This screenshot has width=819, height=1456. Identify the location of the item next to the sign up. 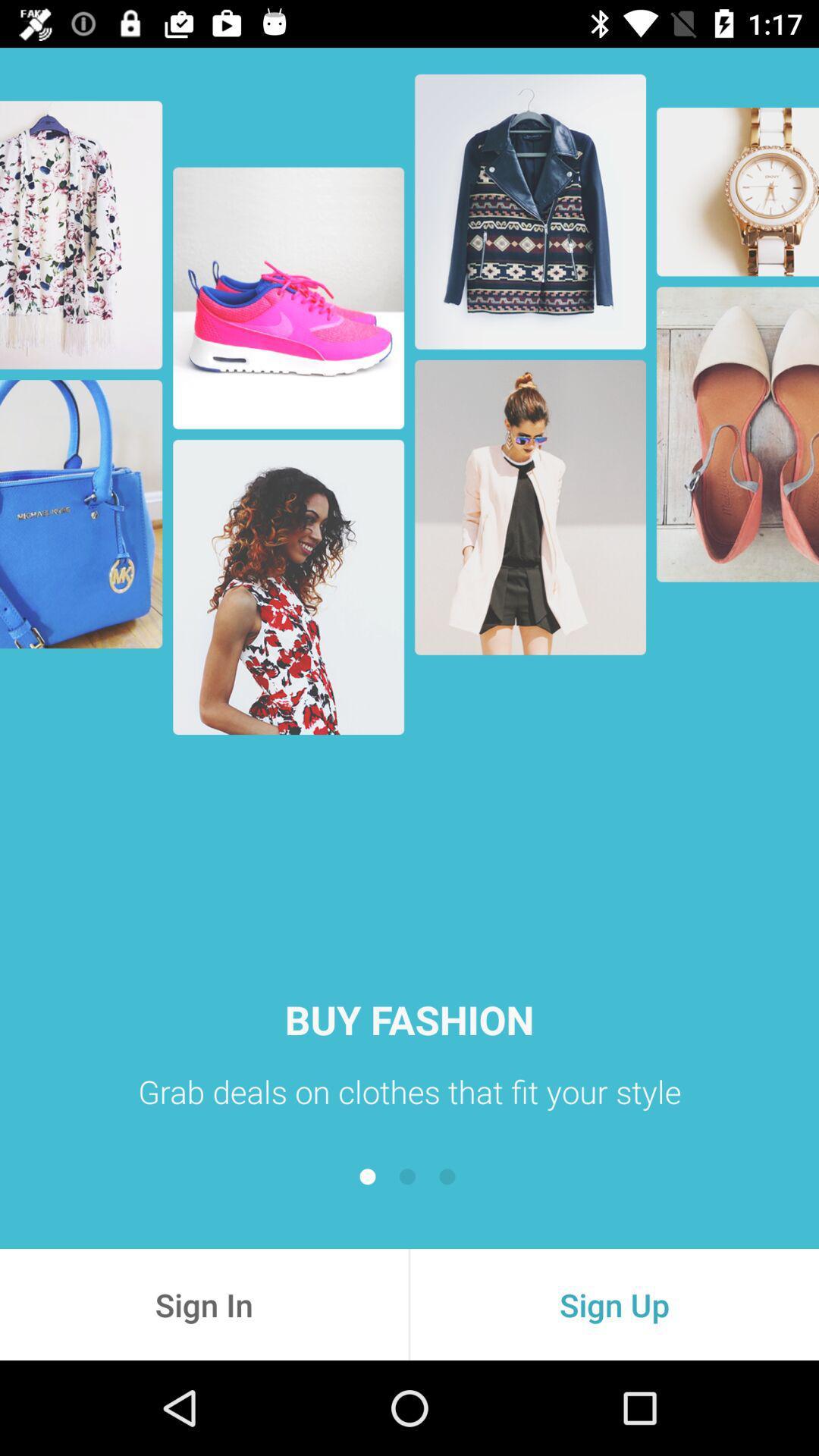
(203, 1304).